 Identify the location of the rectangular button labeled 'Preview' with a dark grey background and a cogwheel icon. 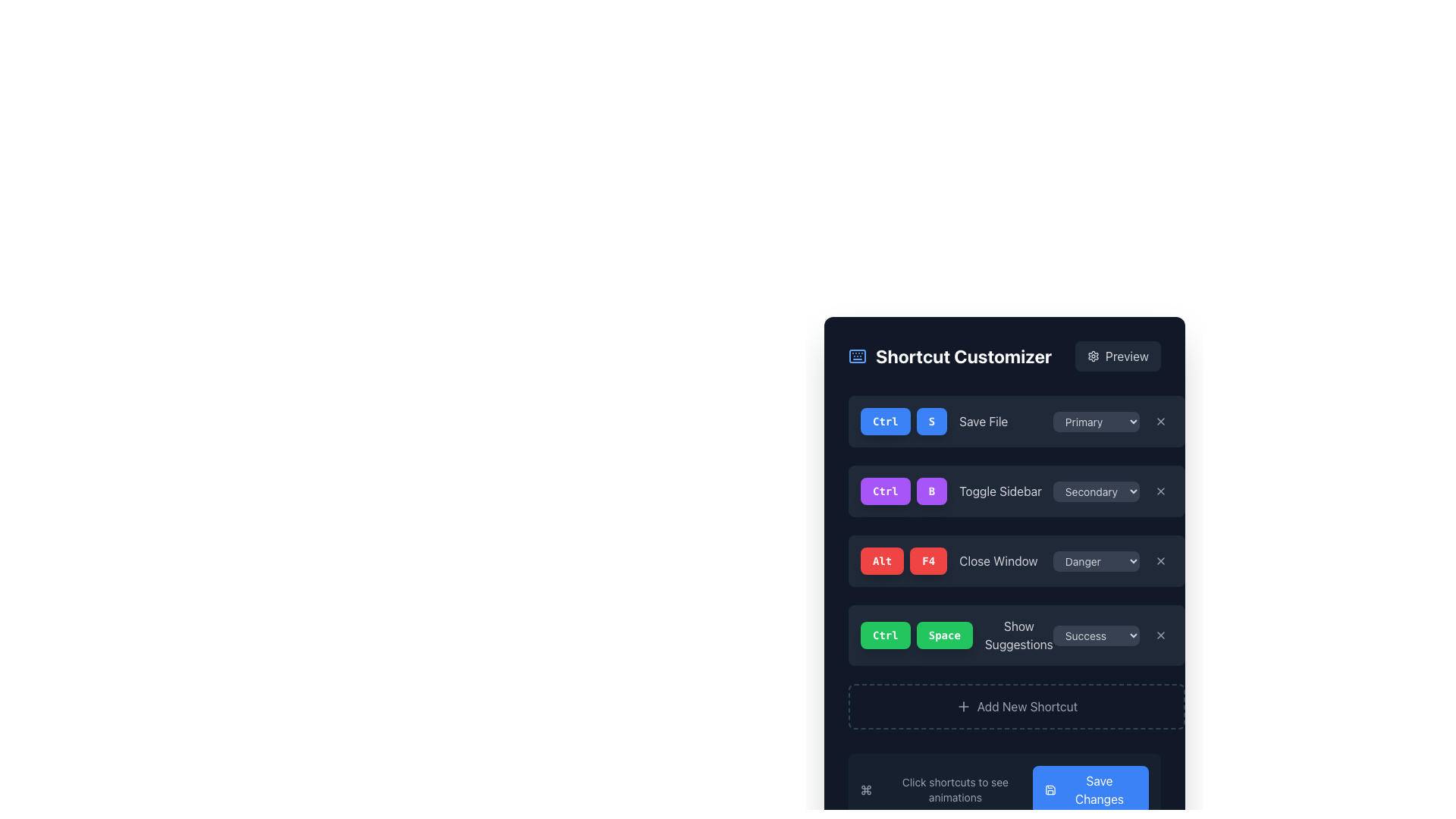
(1117, 356).